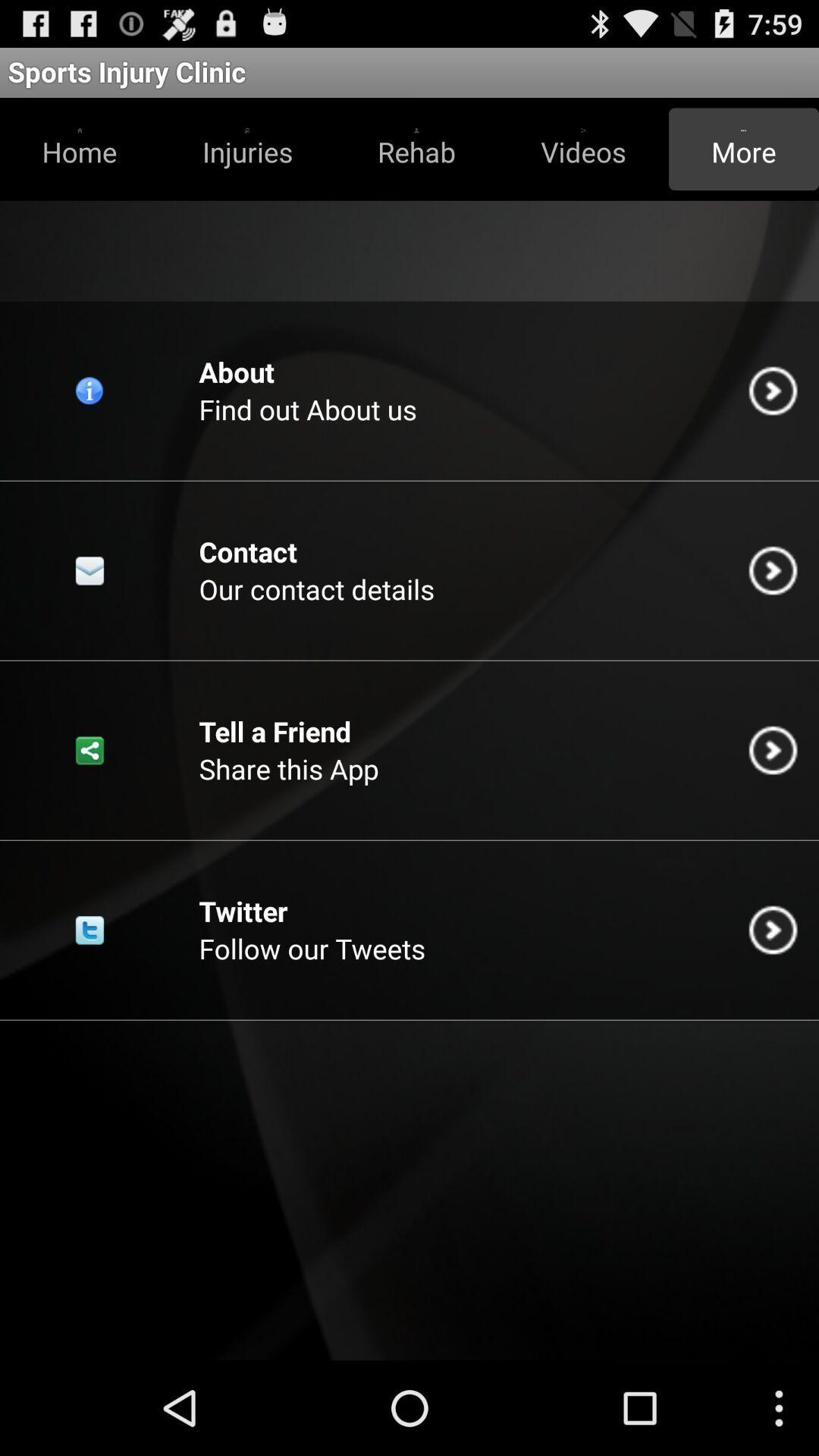 Image resolution: width=819 pixels, height=1456 pixels. I want to click on the icon next to the rehab icon, so click(246, 149).